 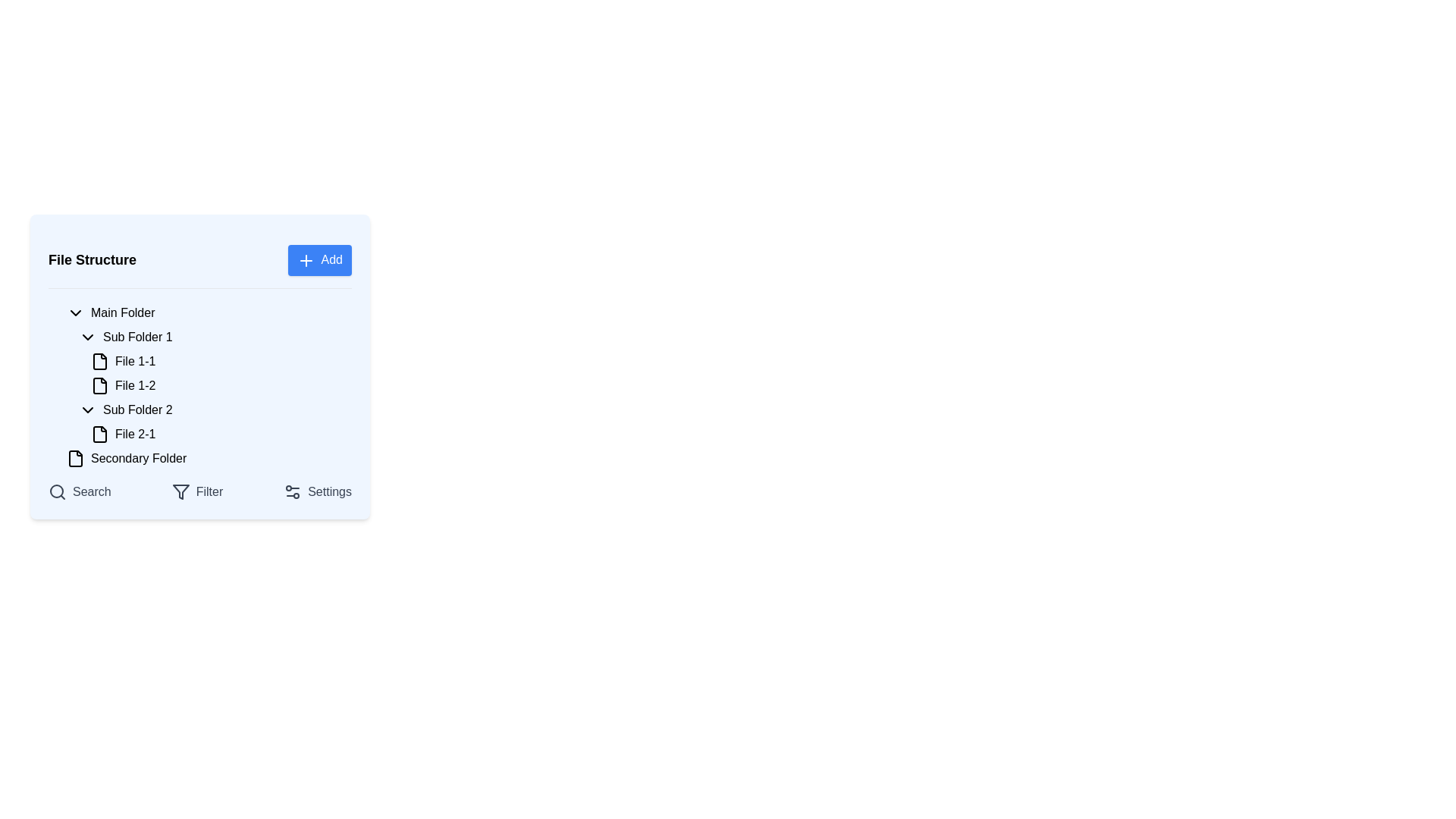 I want to click on the non-interactive file icon that visually indicates 'File 1-2' under 'Sub Folder 1' in the file structure, so click(x=99, y=384).